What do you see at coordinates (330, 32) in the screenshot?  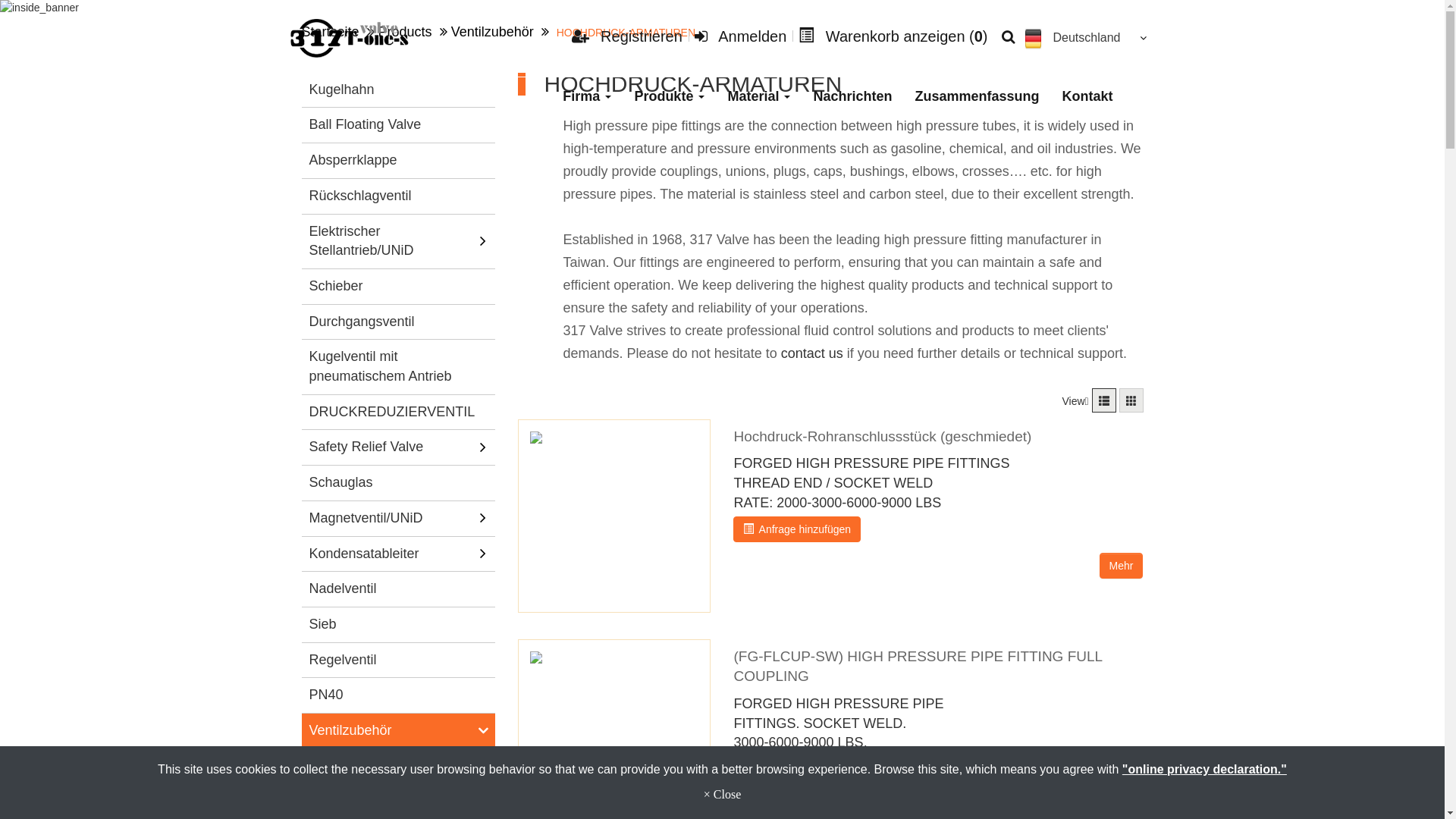 I see `'Startseite'` at bounding box center [330, 32].